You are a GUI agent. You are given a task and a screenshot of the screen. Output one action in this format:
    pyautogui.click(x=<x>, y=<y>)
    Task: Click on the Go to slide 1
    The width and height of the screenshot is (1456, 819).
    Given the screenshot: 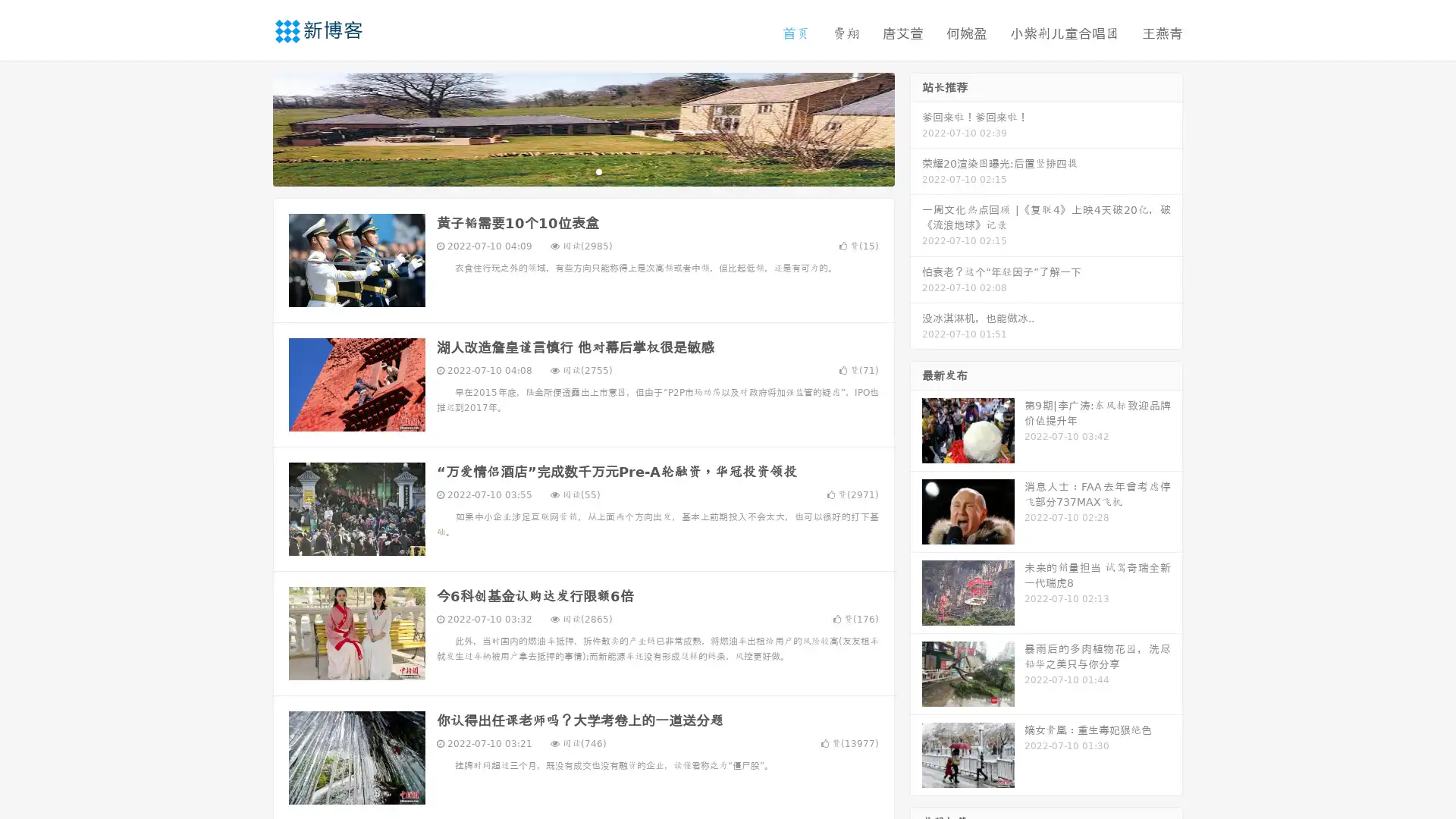 What is the action you would take?
    pyautogui.click(x=567, y=171)
    